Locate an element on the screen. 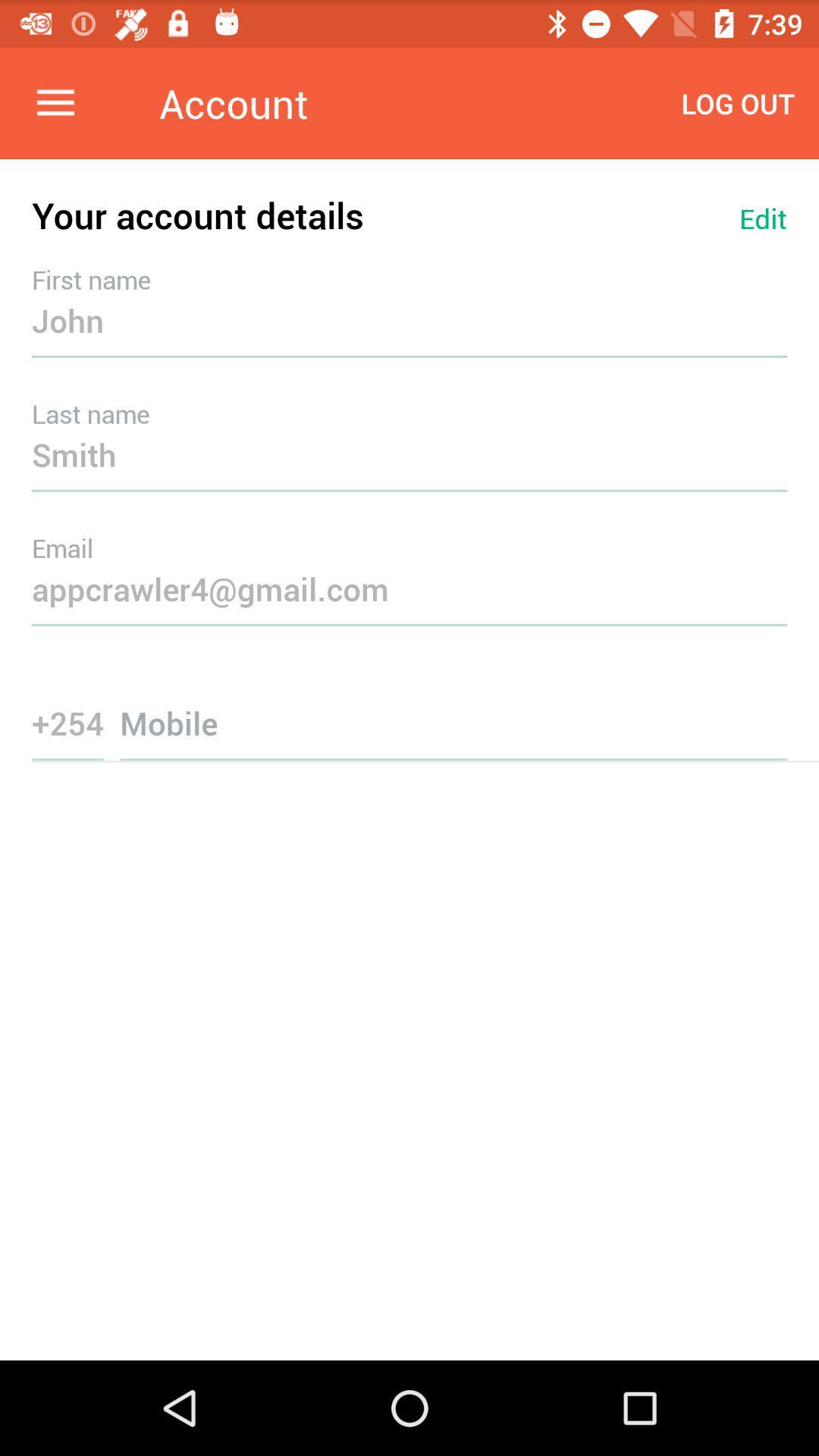 This screenshot has height=1456, width=819. the edit is located at coordinates (763, 218).